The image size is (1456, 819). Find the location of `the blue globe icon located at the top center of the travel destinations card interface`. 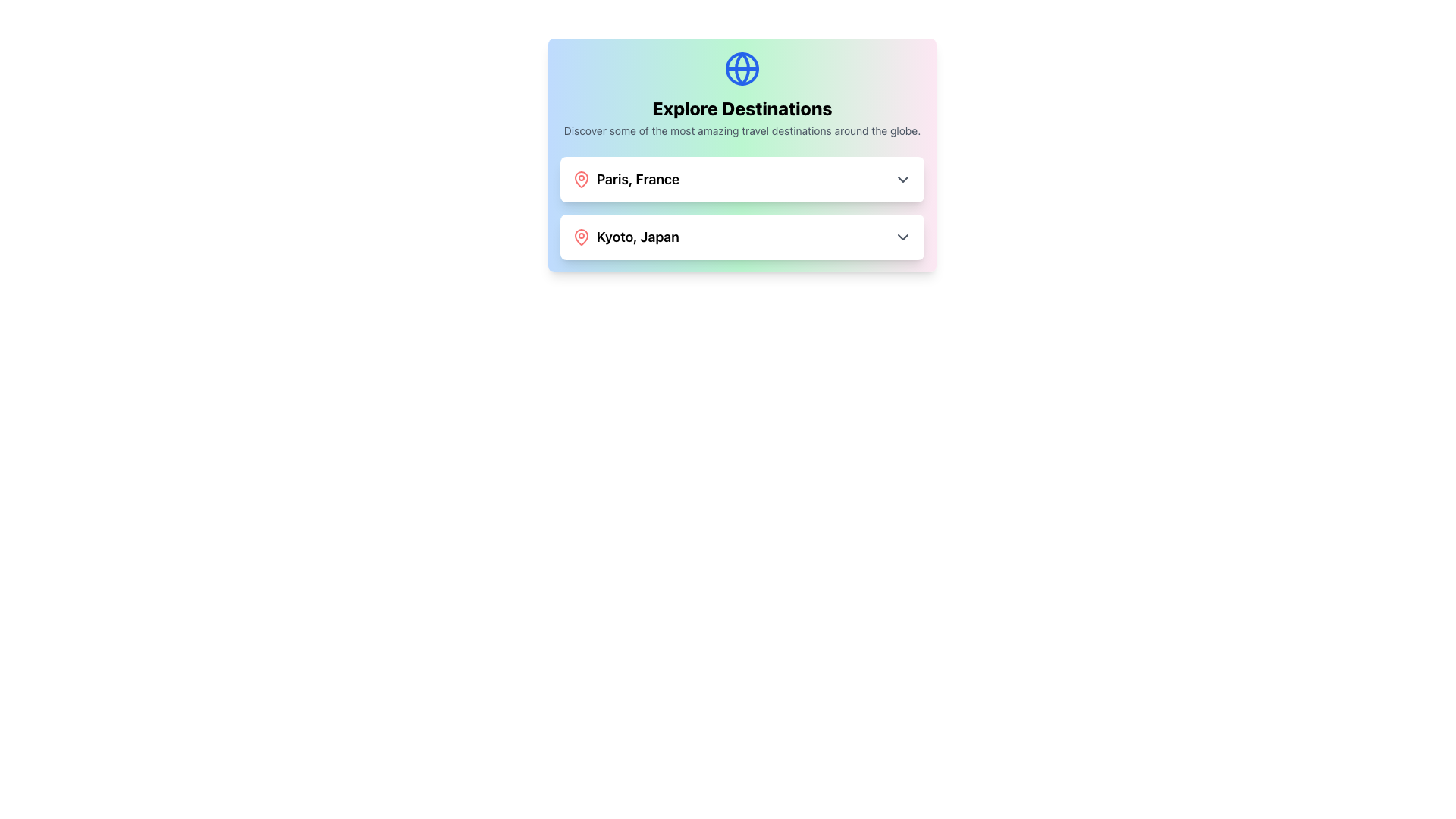

the blue globe icon located at the top center of the travel destinations card interface is located at coordinates (742, 69).